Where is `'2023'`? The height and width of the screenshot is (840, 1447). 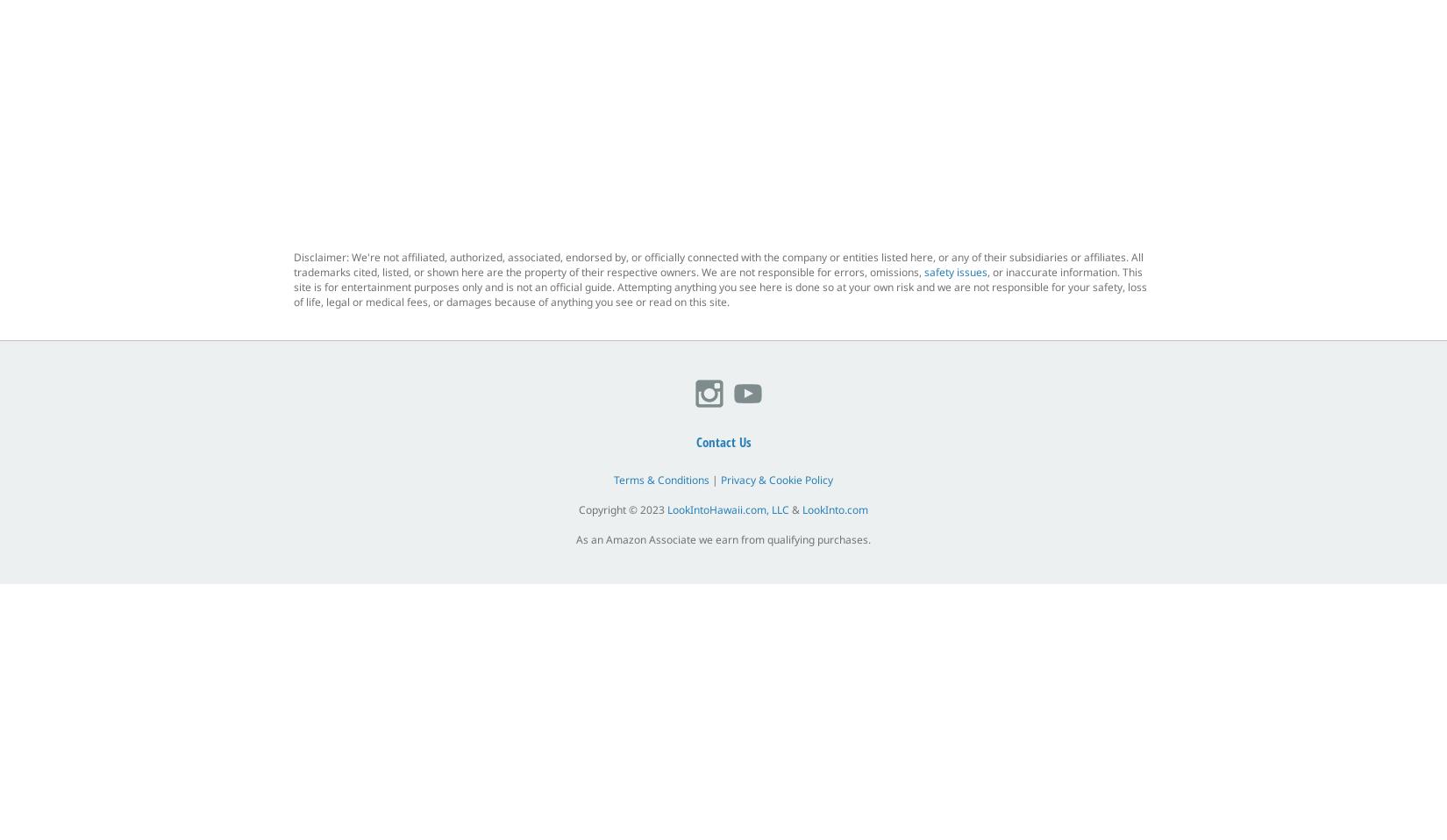
'2023' is located at coordinates (651, 509).